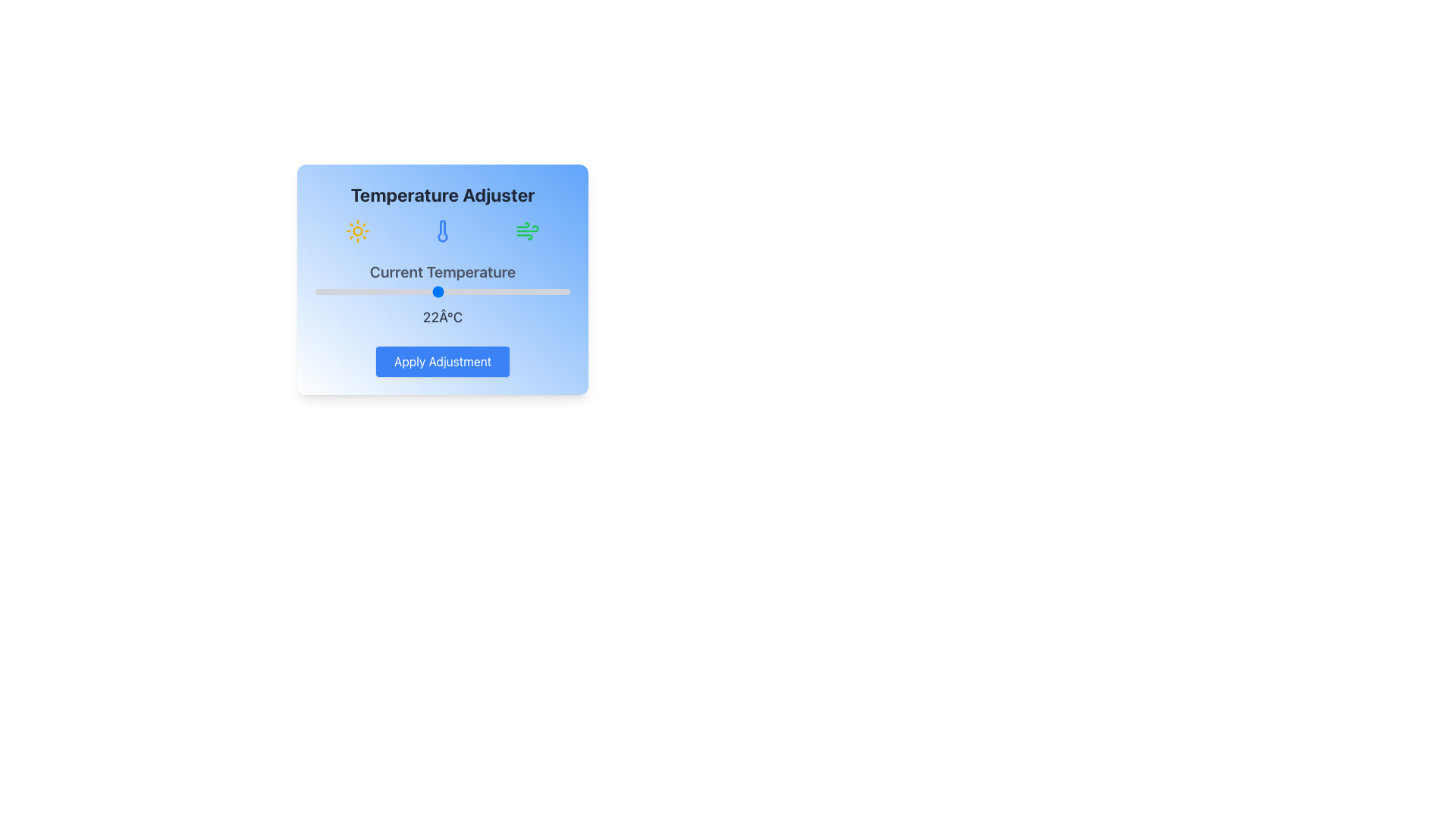  Describe the element at coordinates (447, 292) in the screenshot. I see `the temperature` at that location.